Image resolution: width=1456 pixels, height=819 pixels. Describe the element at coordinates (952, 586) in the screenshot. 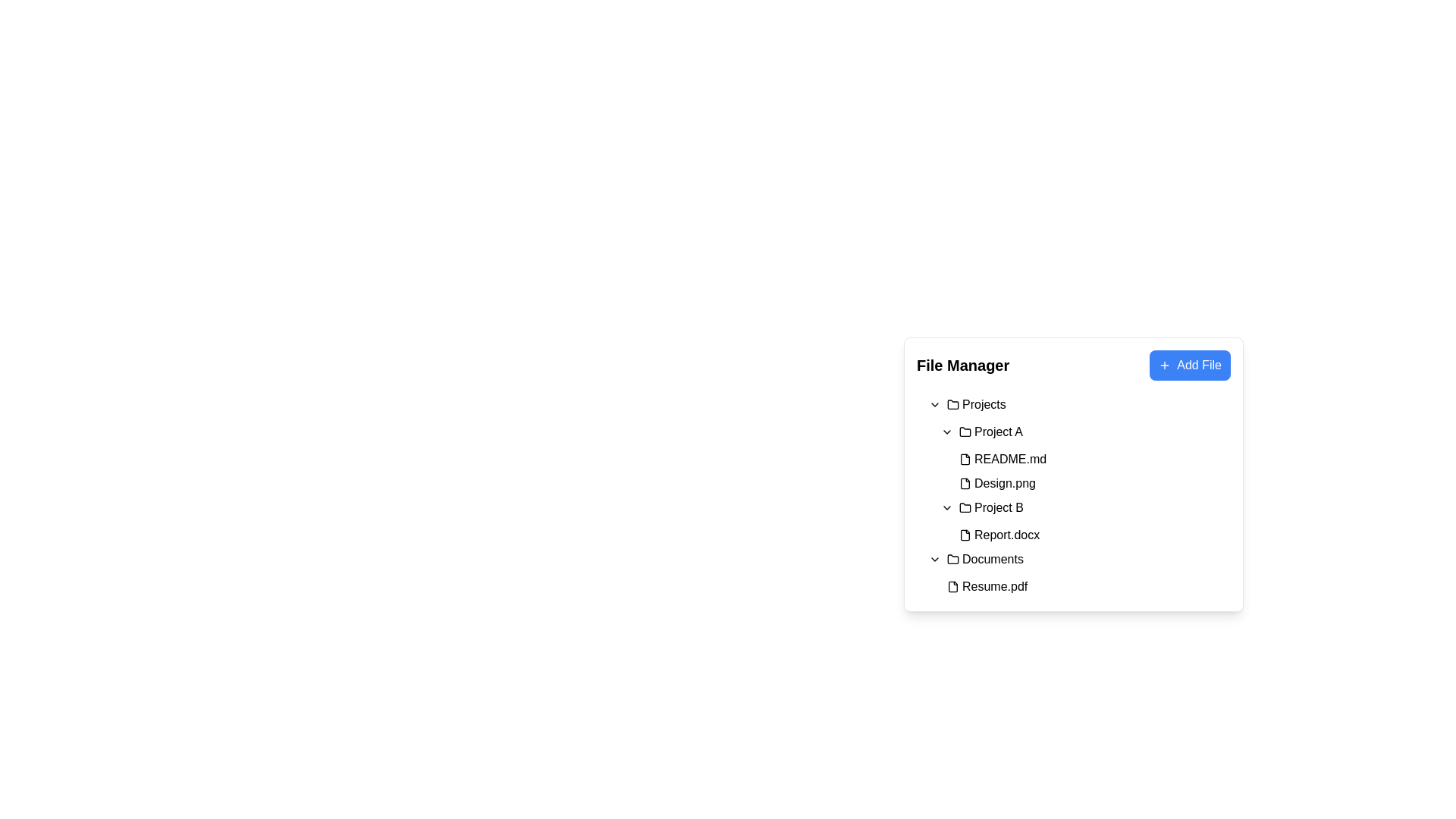

I see `the PDF document icon located at the top of the 'Documents' section` at that location.